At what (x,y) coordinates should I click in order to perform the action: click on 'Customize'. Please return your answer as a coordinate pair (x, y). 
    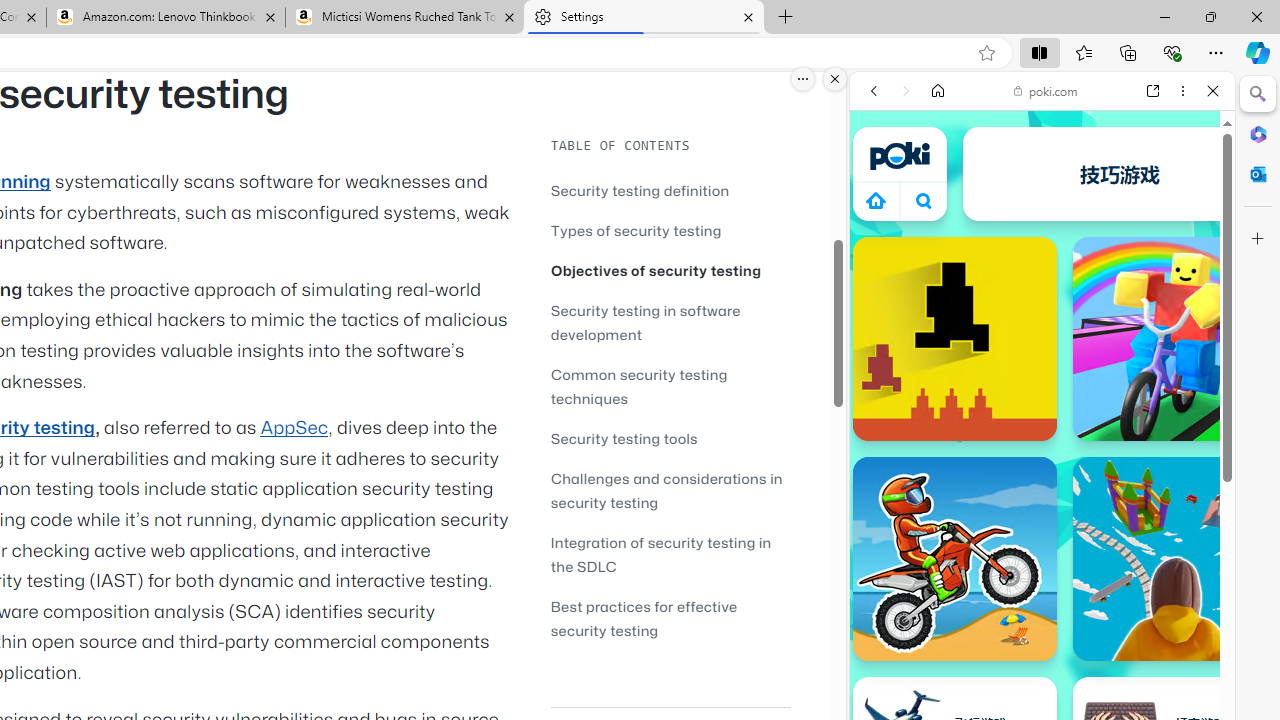
    Looking at the image, I should click on (1257, 238).